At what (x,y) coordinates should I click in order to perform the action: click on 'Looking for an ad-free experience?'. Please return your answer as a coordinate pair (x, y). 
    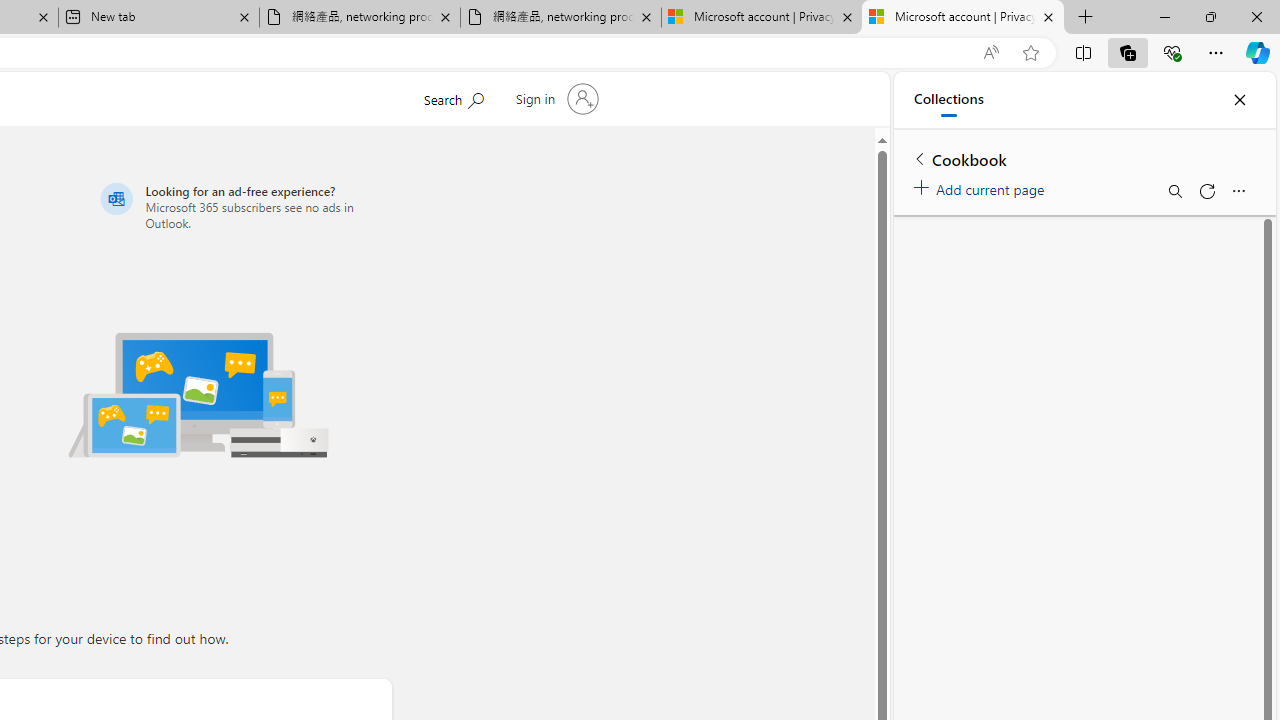
    Looking at the image, I should click on (242, 206).